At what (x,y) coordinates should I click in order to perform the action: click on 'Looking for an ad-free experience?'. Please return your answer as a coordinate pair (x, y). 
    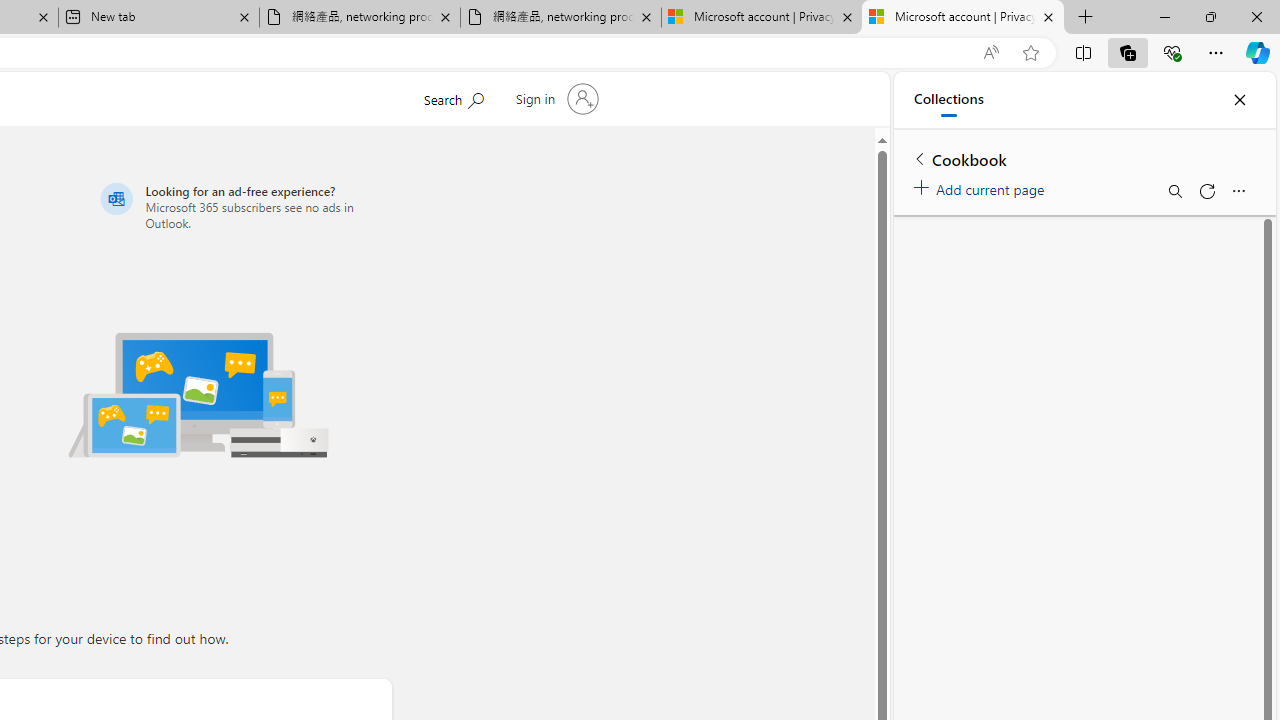
    Looking at the image, I should click on (242, 206).